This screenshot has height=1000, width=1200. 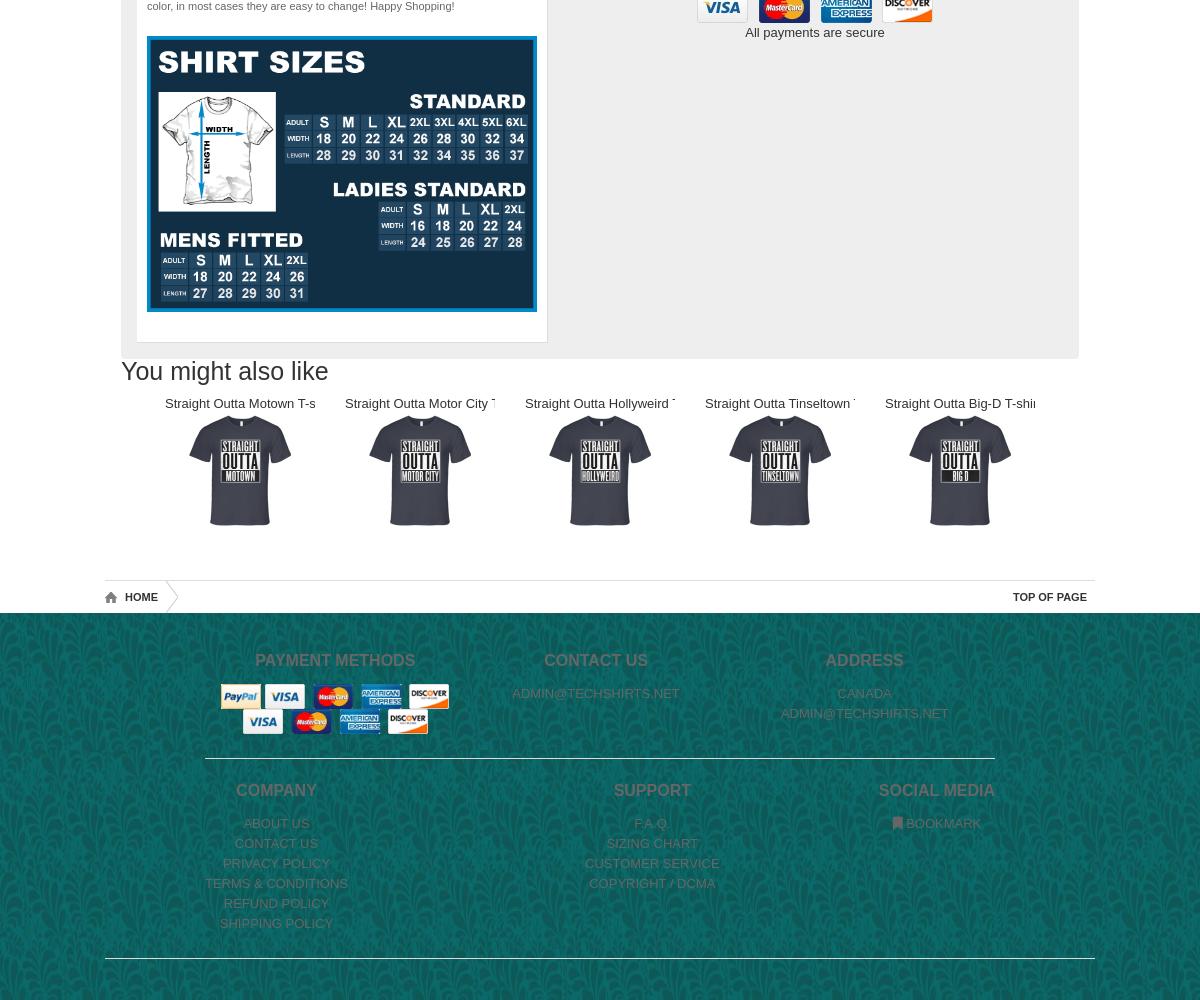 I want to click on 'All payments are secure', so click(x=744, y=32).